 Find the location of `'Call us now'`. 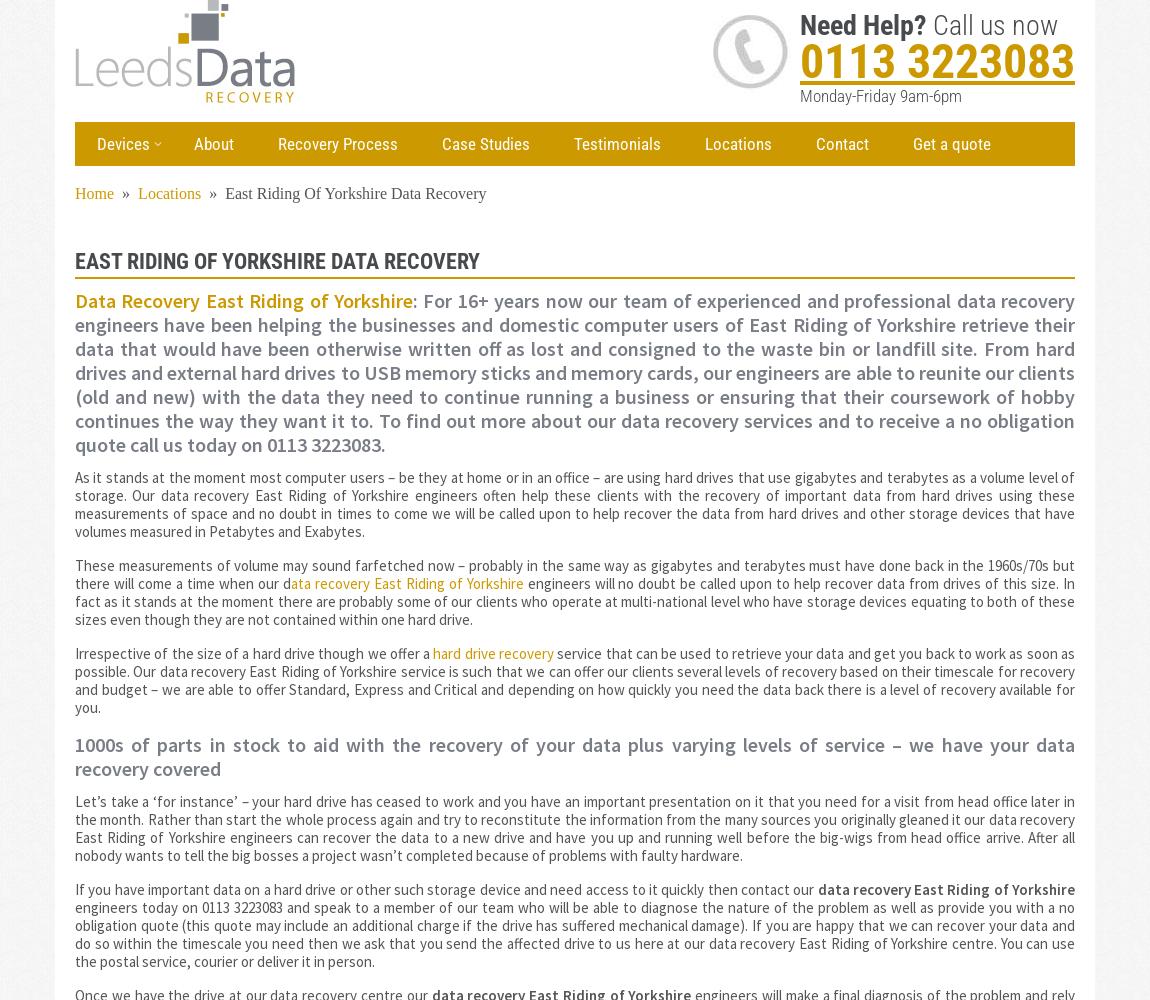

'Call us now' is located at coordinates (992, 25).